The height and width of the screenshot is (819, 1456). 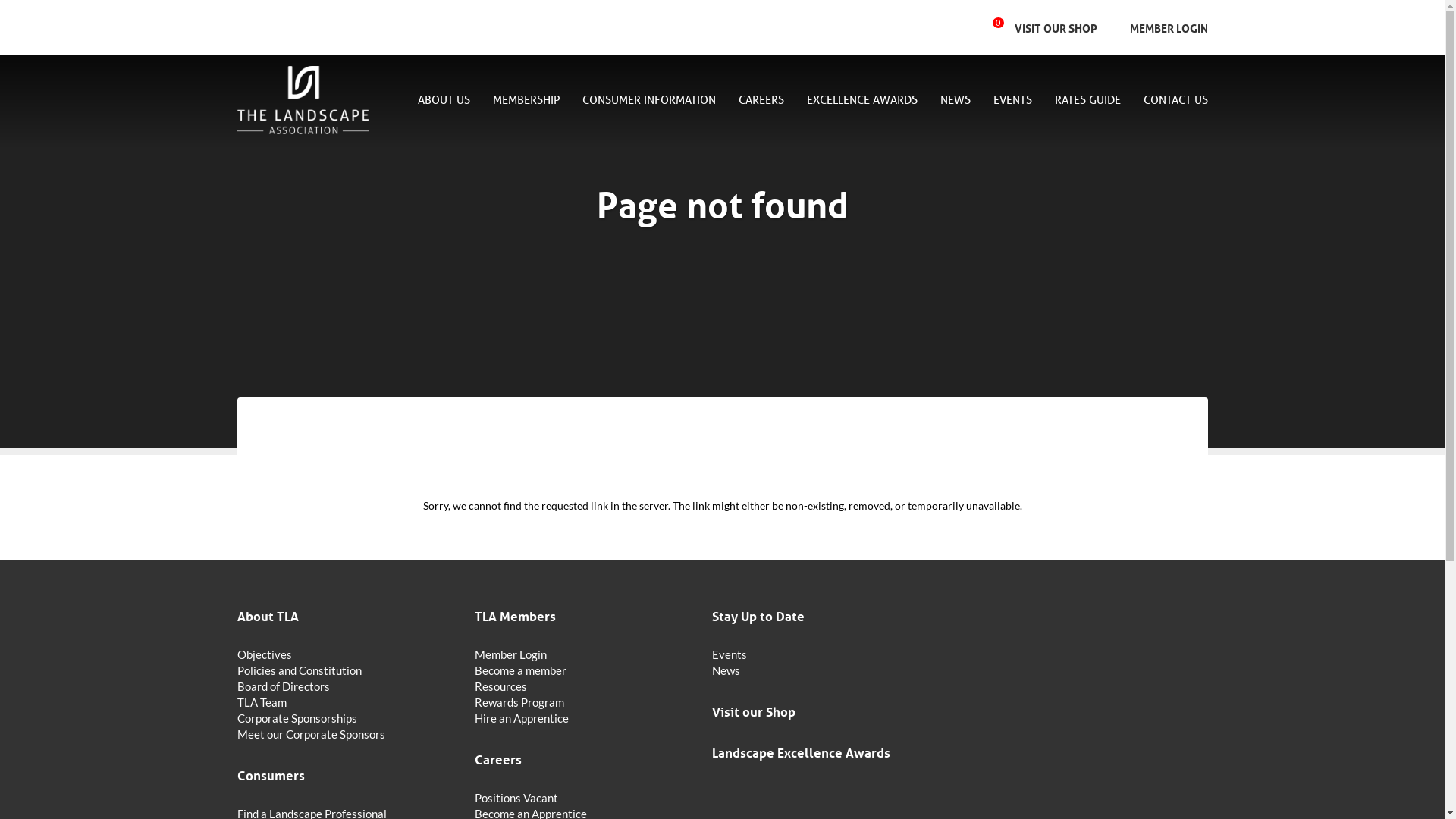 What do you see at coordinates (1168, 100) in the screenshot?
I see `'CONTACT US'` at bounding box center [1168, 100].